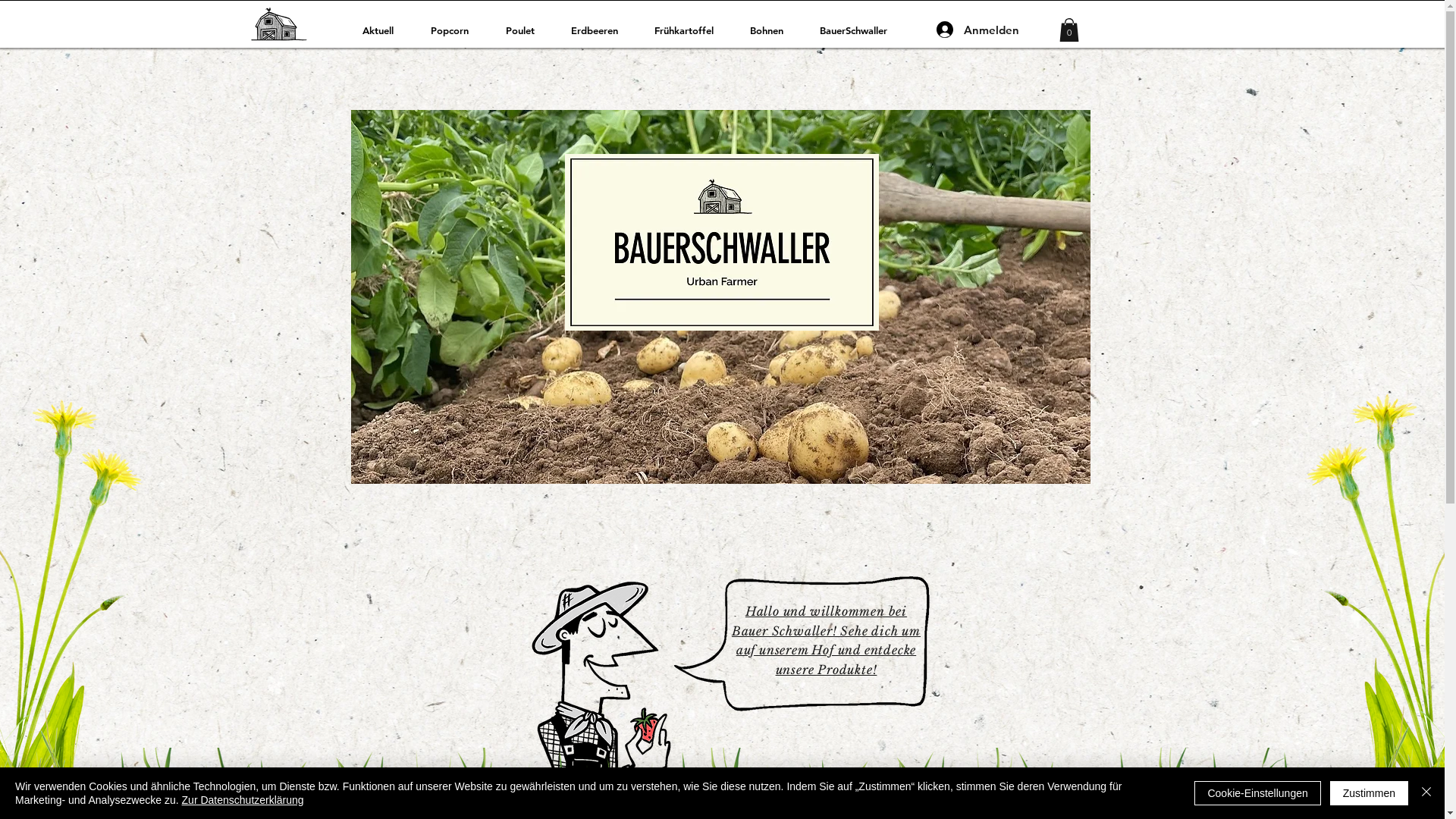 The height and width of the screenshot is (819, 1456). Describe the element at coordinates (527, 30) in the screenshot. I see `'Poulet'` at that location.